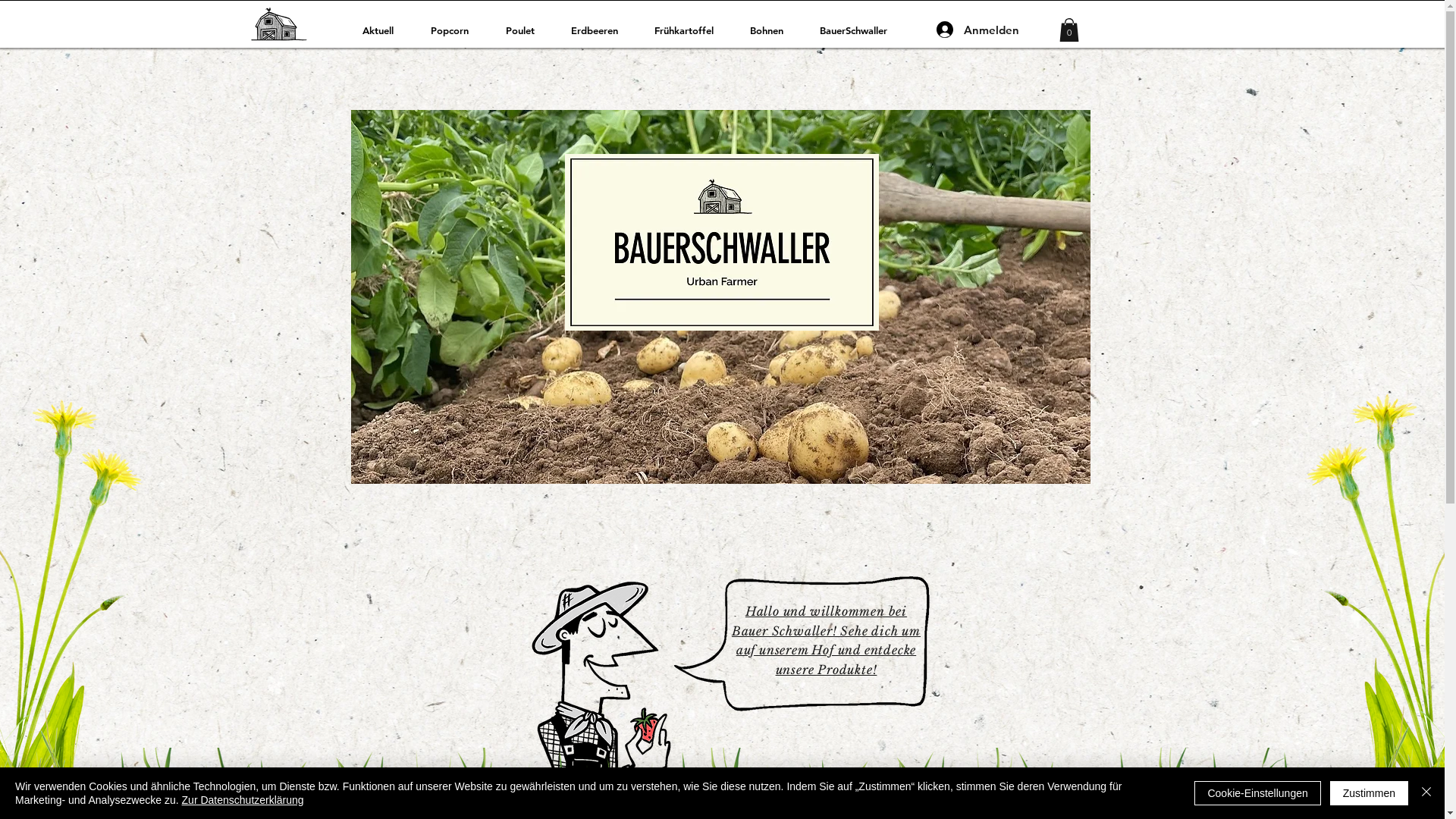 The height and width of the screenshot is (819, 1456). Describe the element at coordinates (527, 30) in the screenshot. I see `'Poulet'` at that location.